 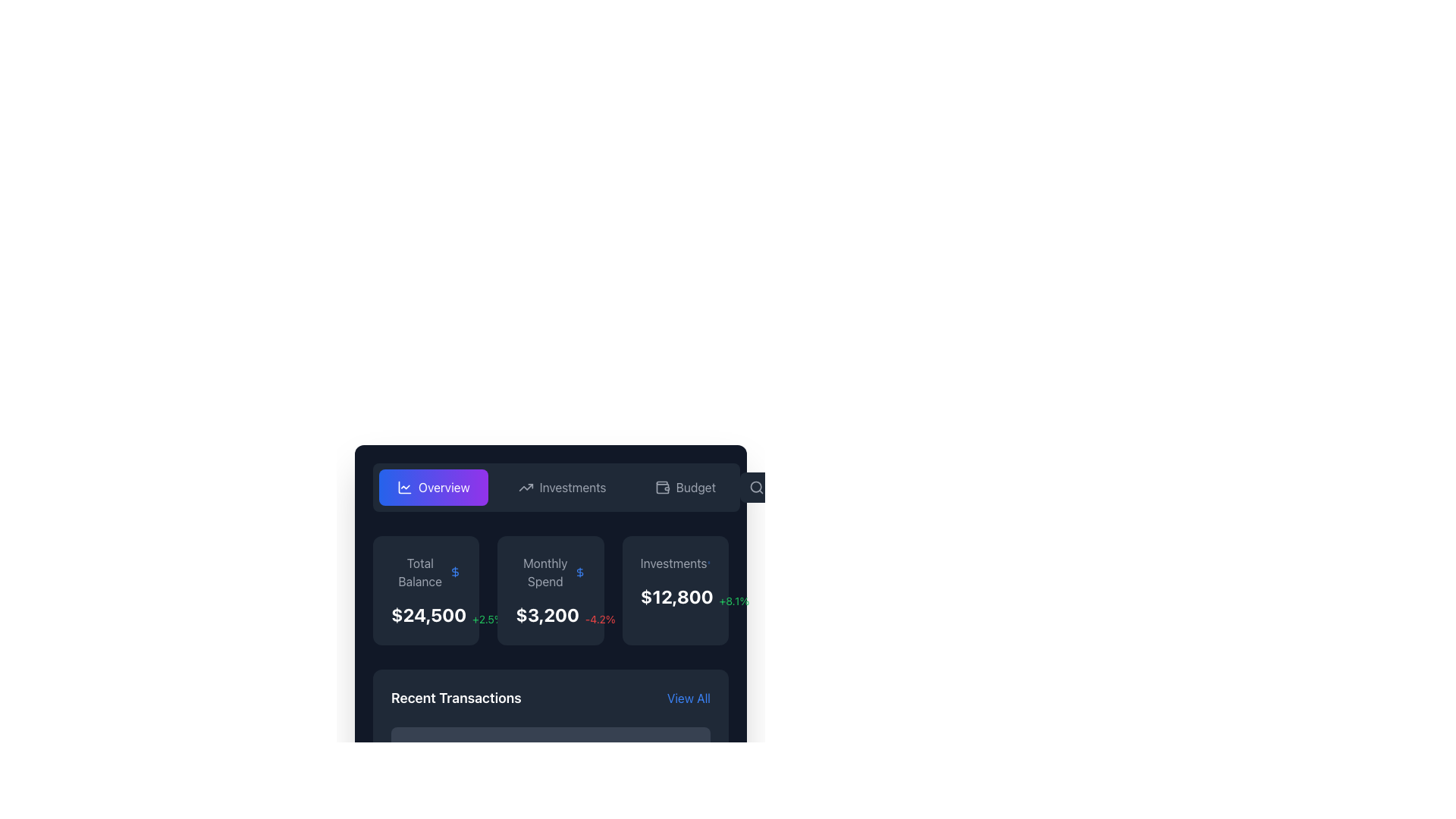 What do you see at coordinates (561, 488) in the screenshot?
I see `the 'Investments' button located in the horizontal navigation bar, positioned between 'Overview' and 'Budget'` at bounding box center [561, 488].